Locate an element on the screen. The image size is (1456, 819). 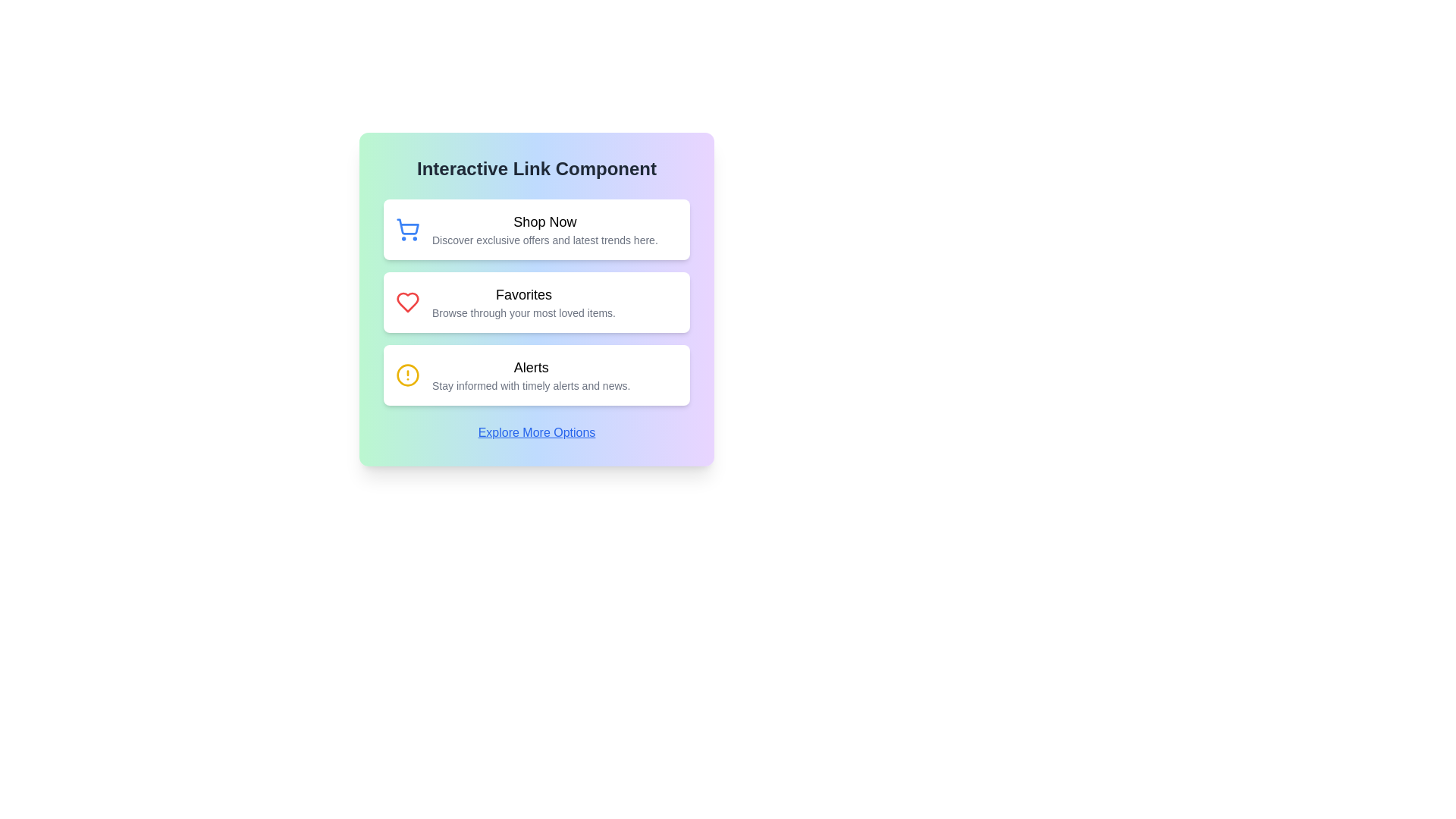
the text label that provides supplementary information about the 'Alerts' feature, located in the lower section of the 'Alerts' card, under the title 'Alerts' is located at coordinates (531, 385).